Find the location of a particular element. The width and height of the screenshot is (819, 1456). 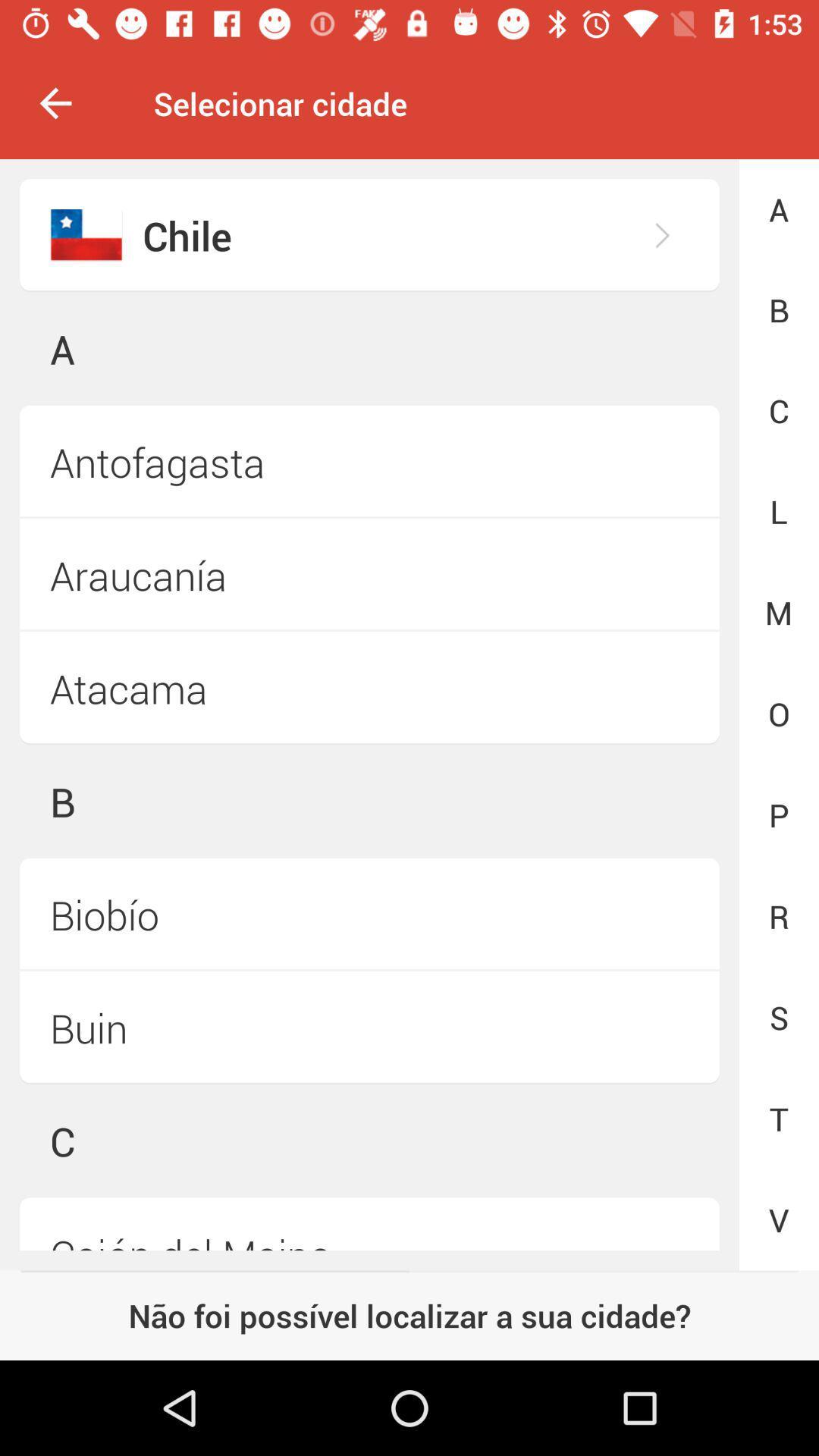

the icon to the left of r is located at coordinates (369, 1028).